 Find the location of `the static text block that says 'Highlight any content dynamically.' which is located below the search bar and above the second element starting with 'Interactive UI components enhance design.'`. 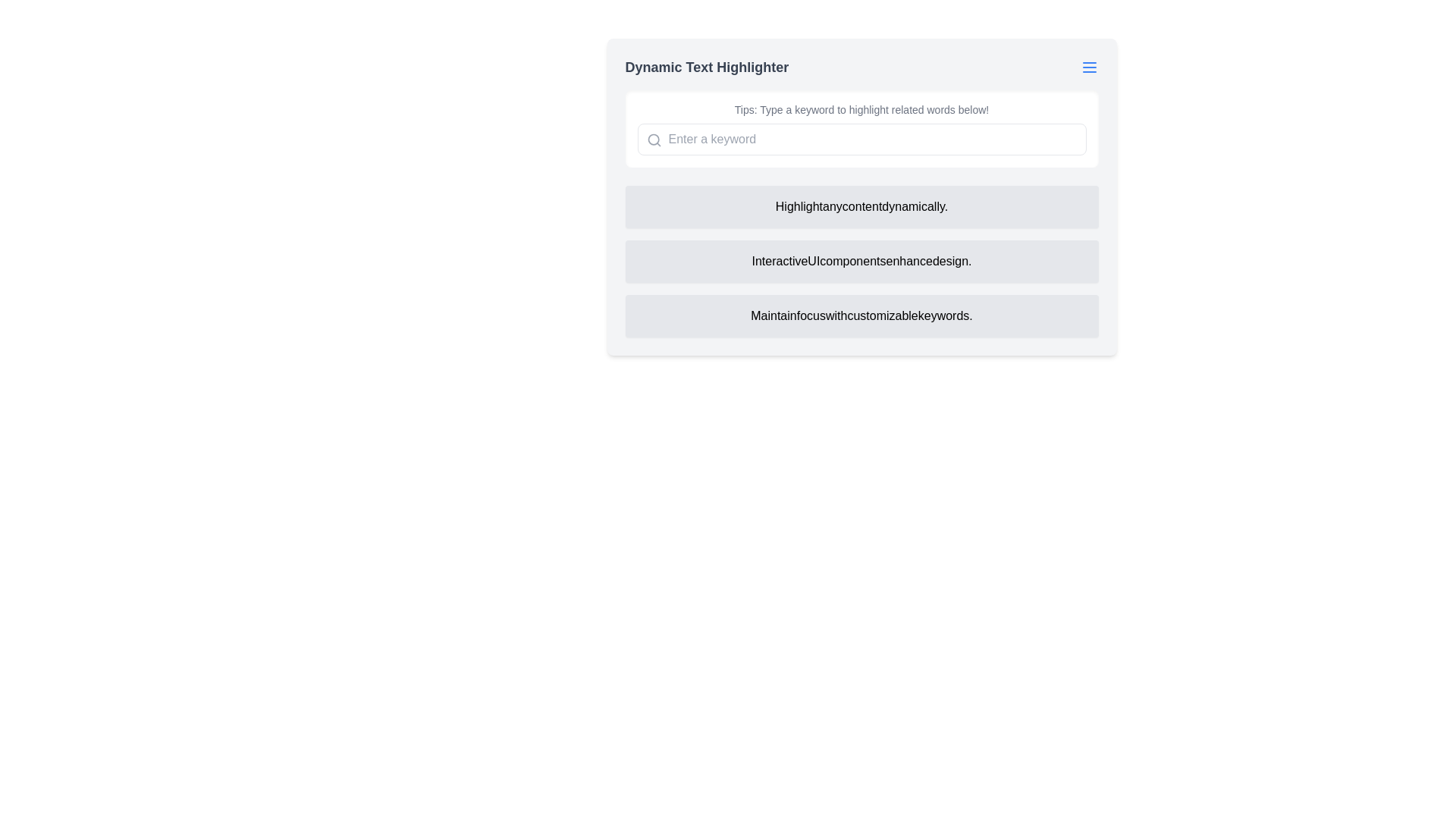

the static text block that says 'Highlight any content dynamically.' which is located below the search bar and above the second element starting with 'Interactive UI components enhance design.' is located at coordinates (861, 207).